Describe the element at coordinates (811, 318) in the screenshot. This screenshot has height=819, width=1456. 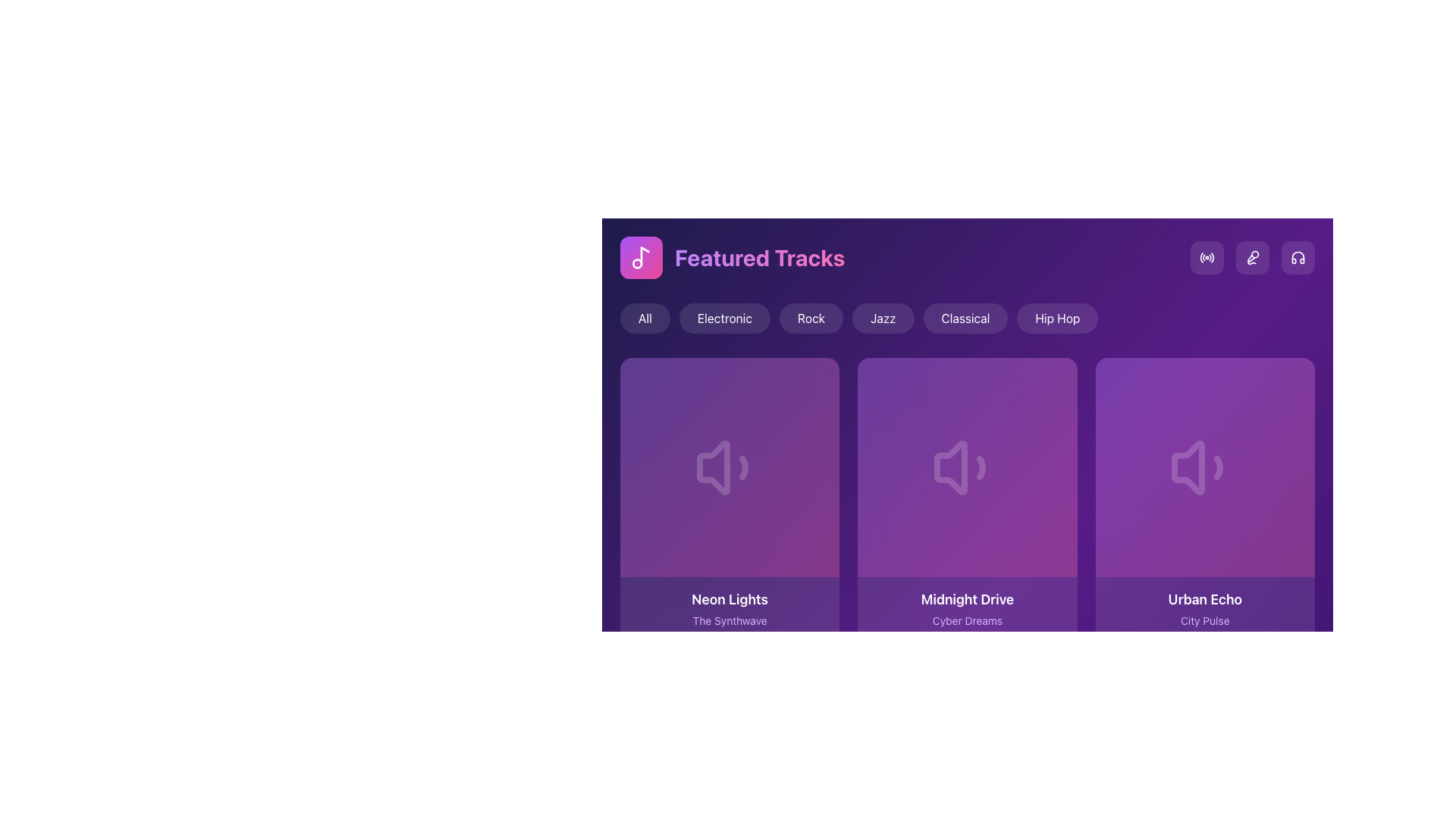
I see `the filter button for the 'Rock' category, which is the third button from the left in the top section of the interface, following the 'All' and 'Electronic' buttons` at that location.